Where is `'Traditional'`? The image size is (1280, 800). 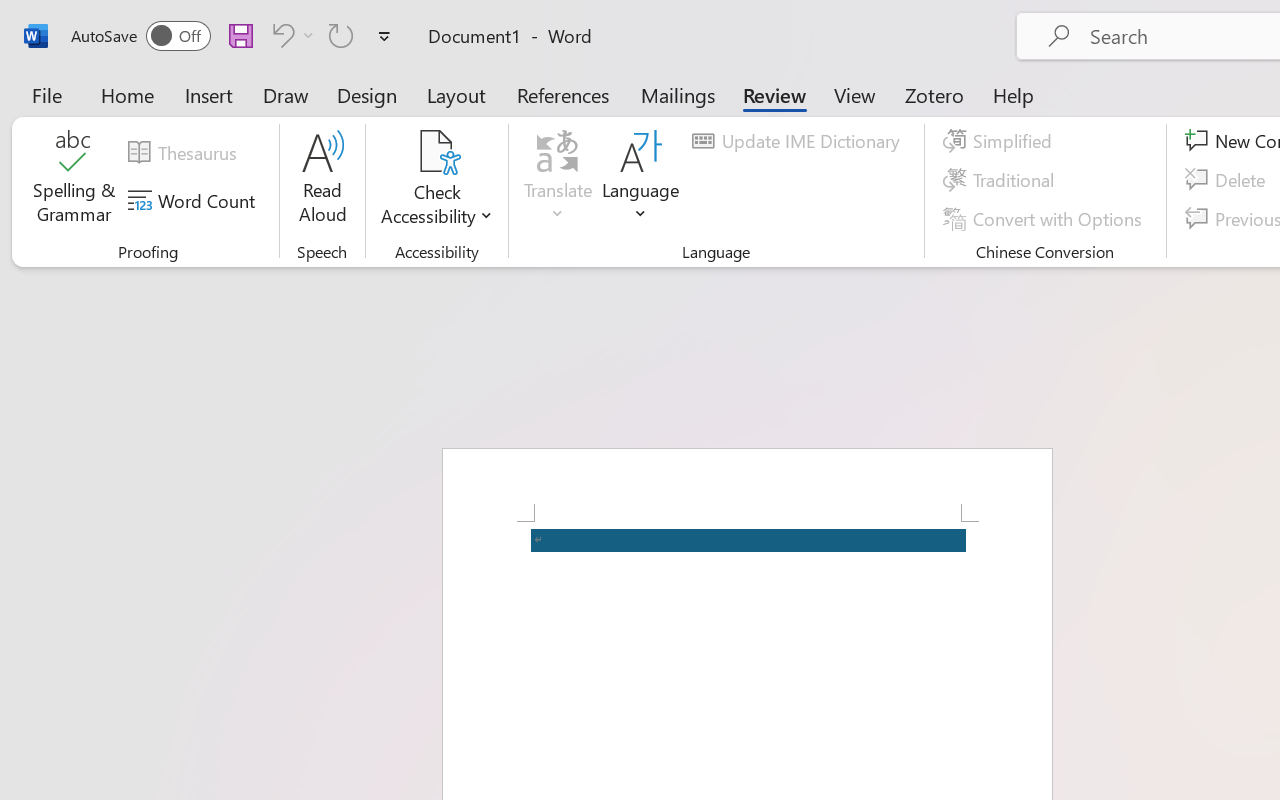
'Traditional' is located at coordinates (1002, 179).